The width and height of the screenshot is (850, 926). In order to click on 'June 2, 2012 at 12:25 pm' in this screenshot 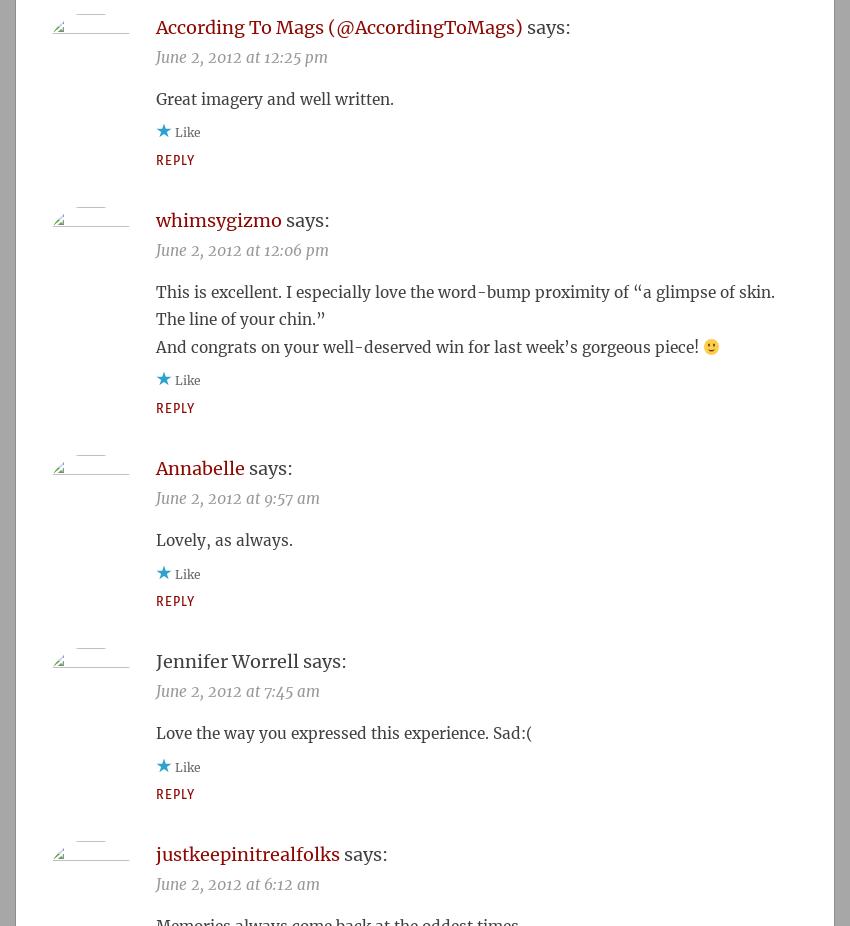, I will do `click(241, 55)`.